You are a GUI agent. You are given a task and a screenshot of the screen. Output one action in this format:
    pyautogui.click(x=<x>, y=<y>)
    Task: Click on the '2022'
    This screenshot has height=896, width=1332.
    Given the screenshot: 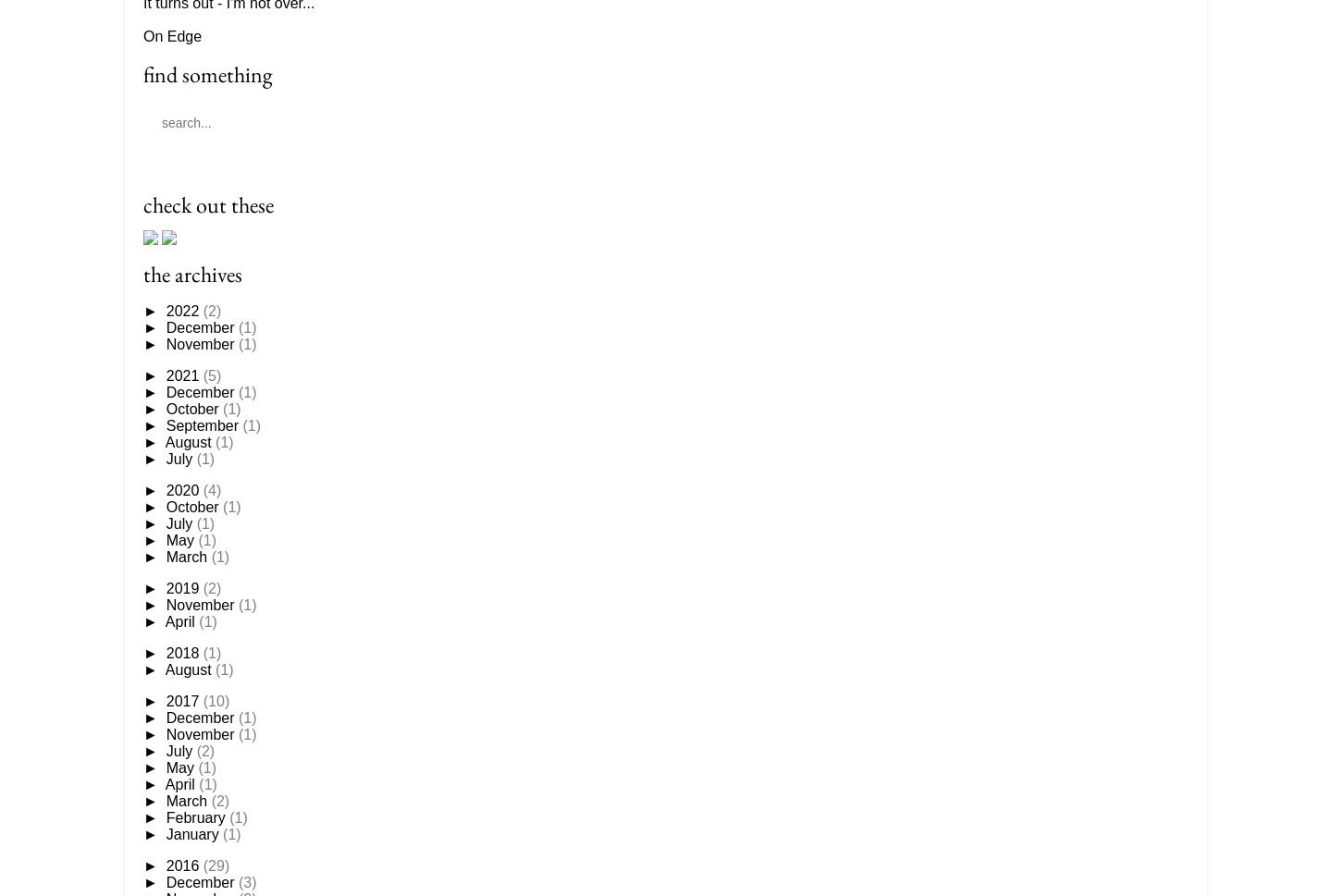 What is the action you would take?
    pyautogui.click(x=184, y=310)
    